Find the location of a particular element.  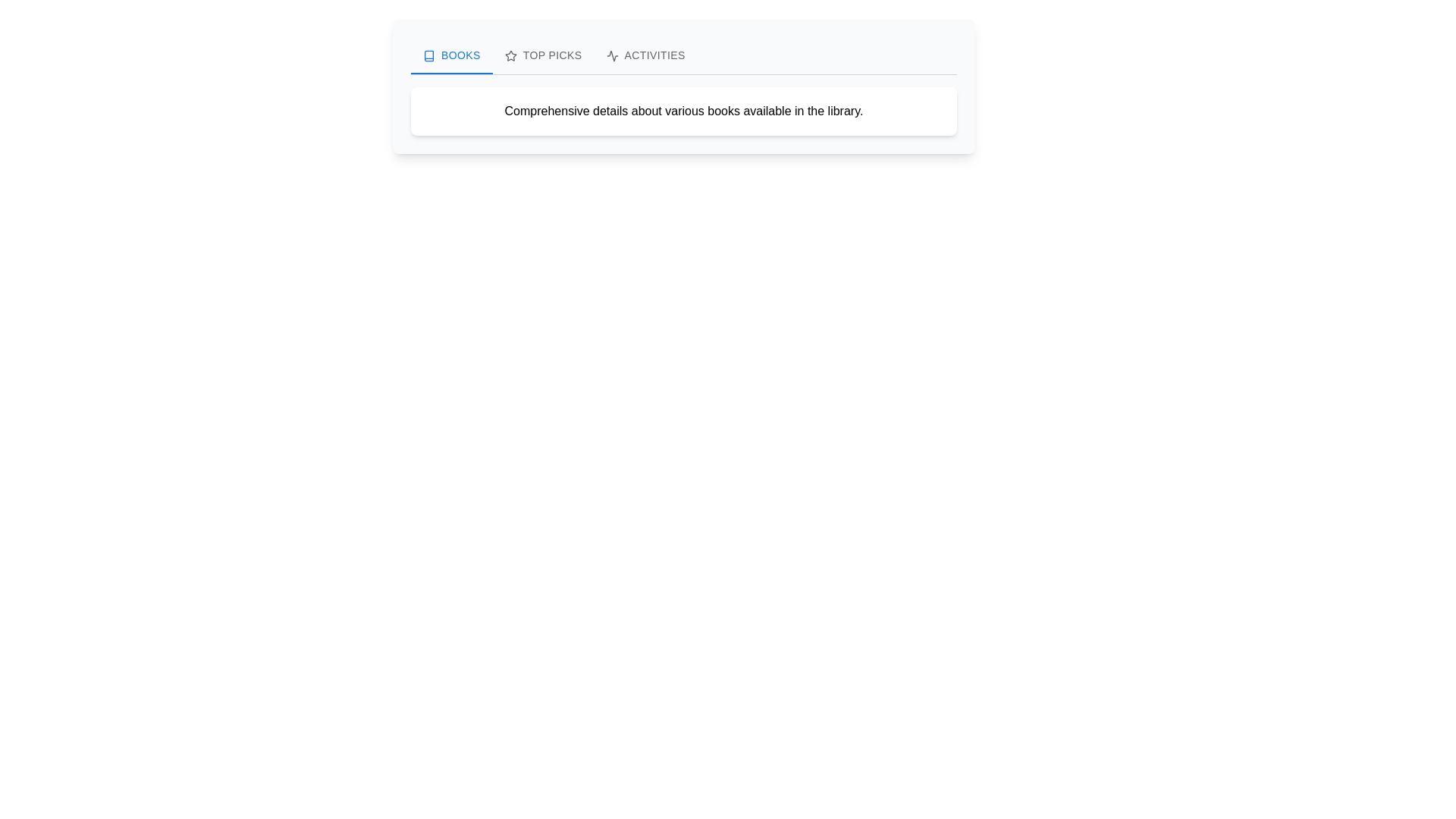

the 'Top Picks' tab in the navigation bar is located at coordinates (543, 55).